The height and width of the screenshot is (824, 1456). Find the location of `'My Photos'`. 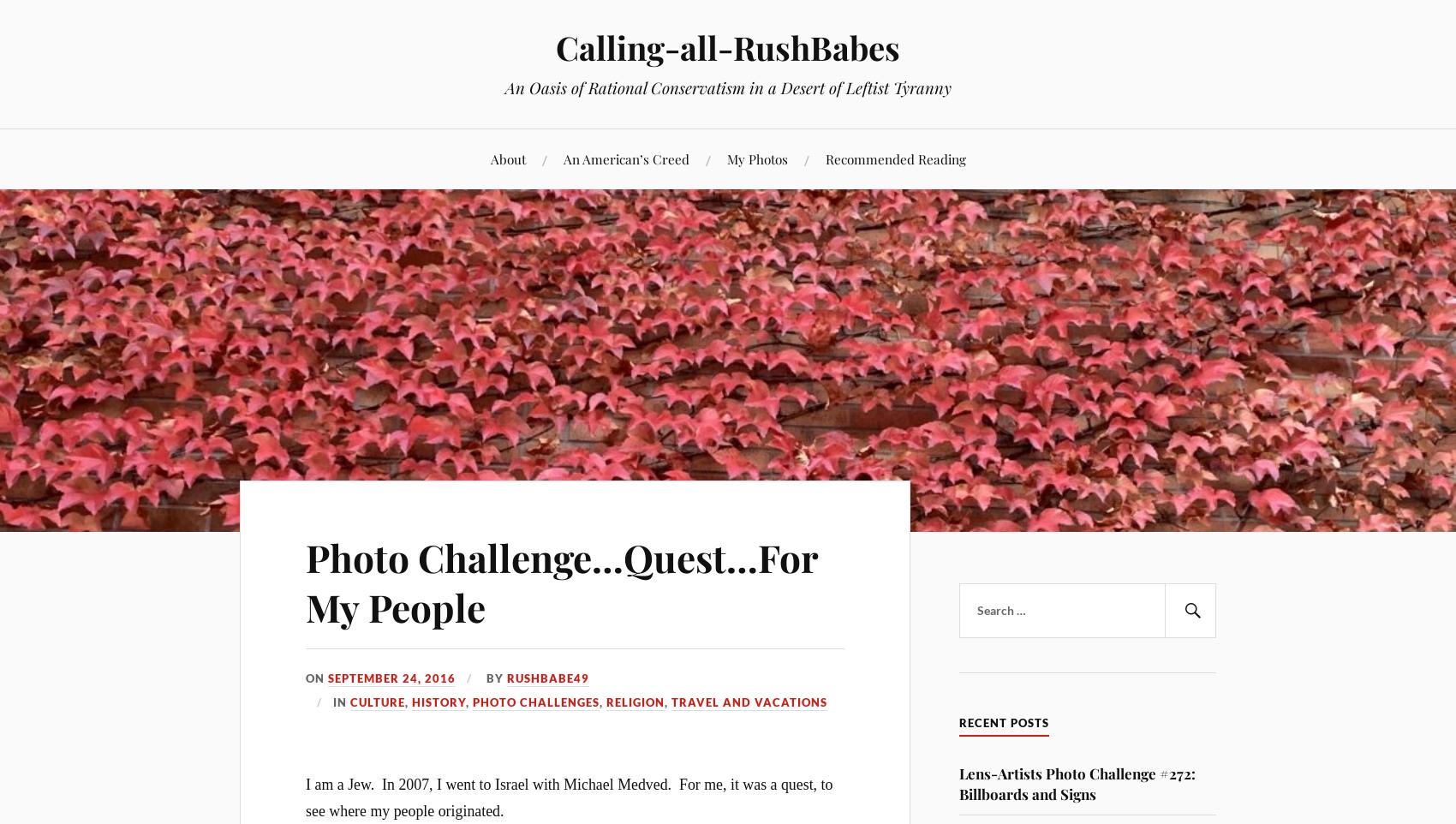

'My Photos' is located at coordinates (756, 158).